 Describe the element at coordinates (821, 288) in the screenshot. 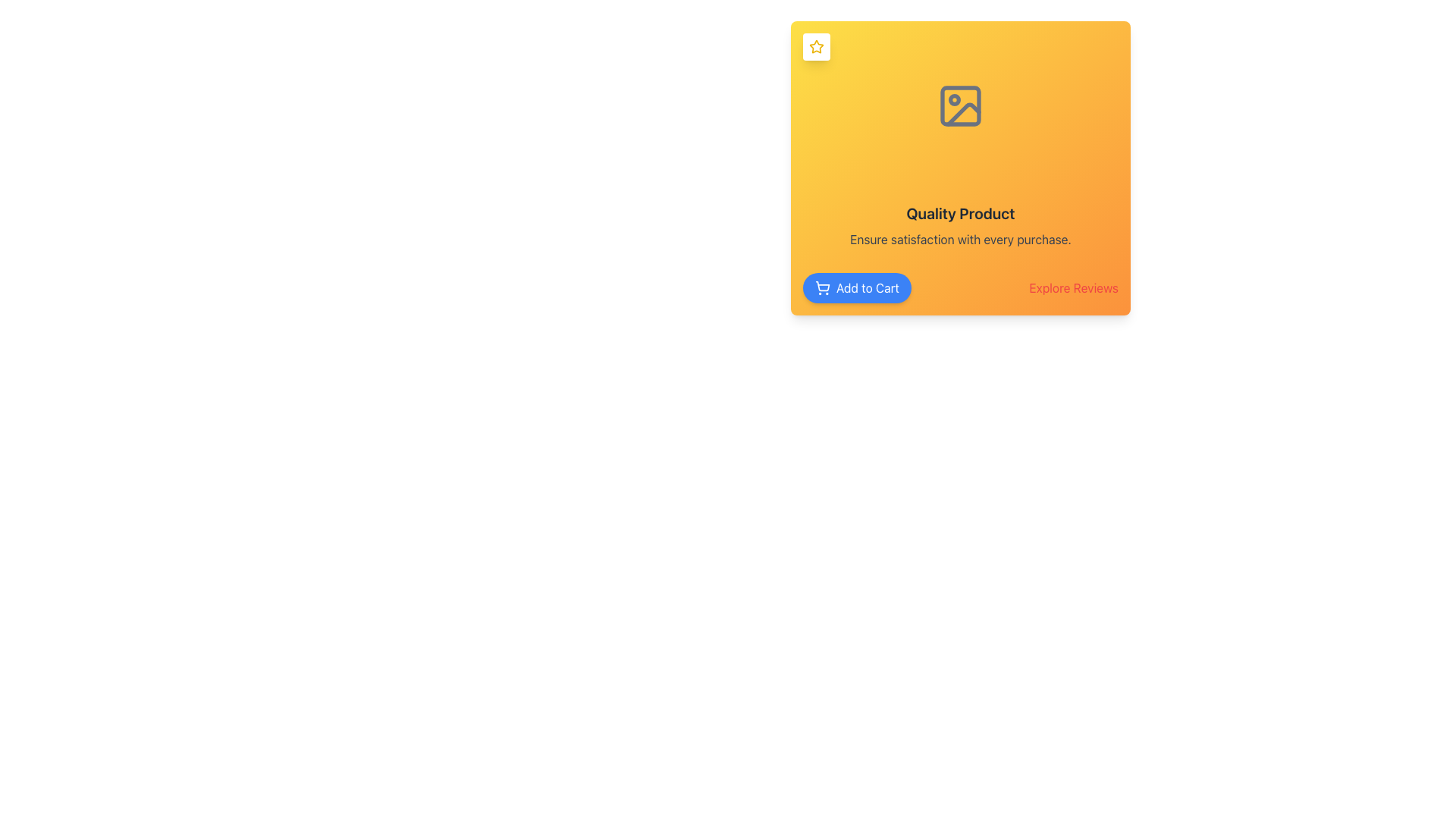

I see `the shopping cart icon located at the beginning of the 'Add to Cart' button within the product display area` at that location.